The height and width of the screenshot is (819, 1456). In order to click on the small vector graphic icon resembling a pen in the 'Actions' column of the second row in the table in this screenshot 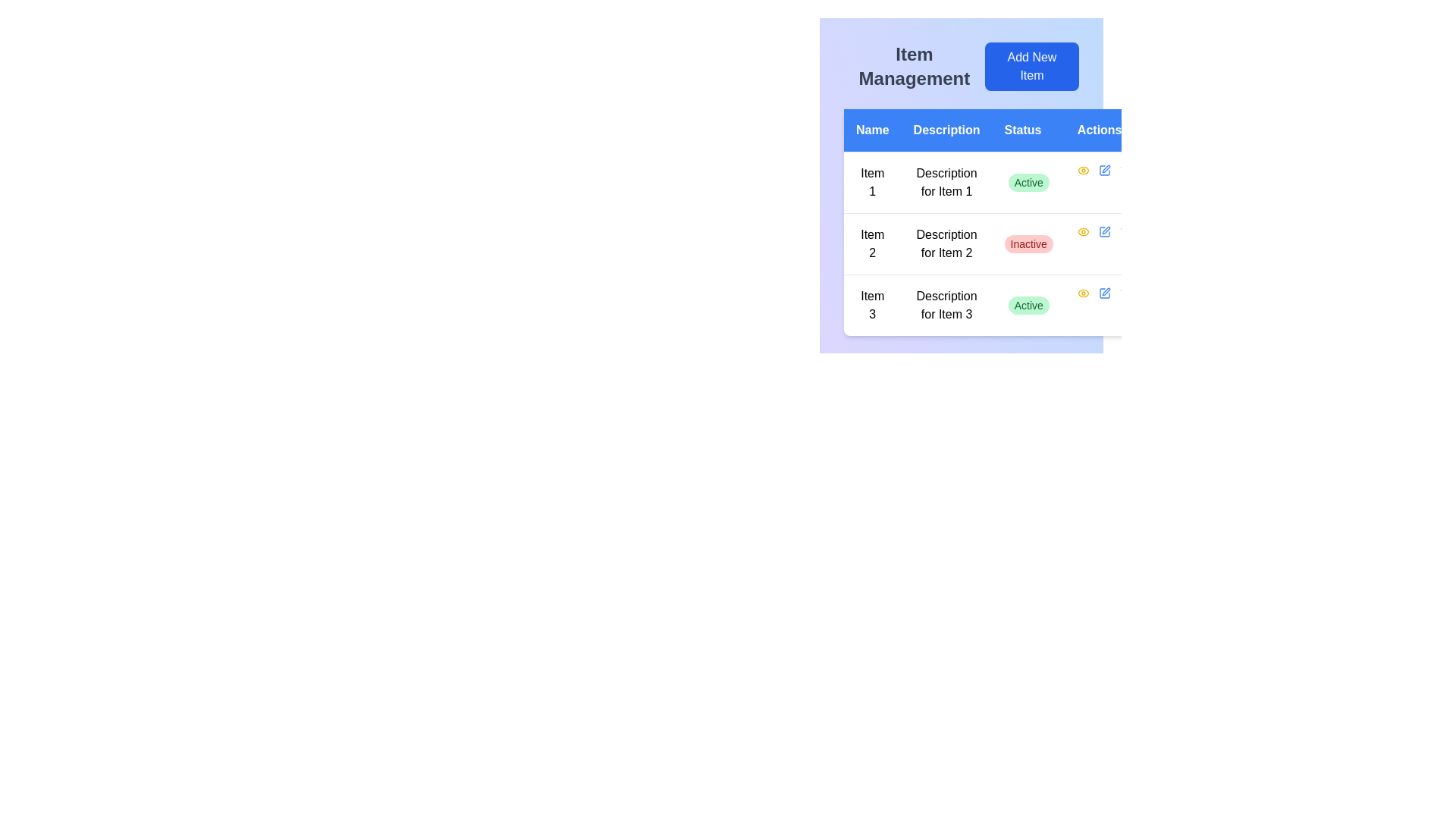, I will do `click(1106, 231)`.